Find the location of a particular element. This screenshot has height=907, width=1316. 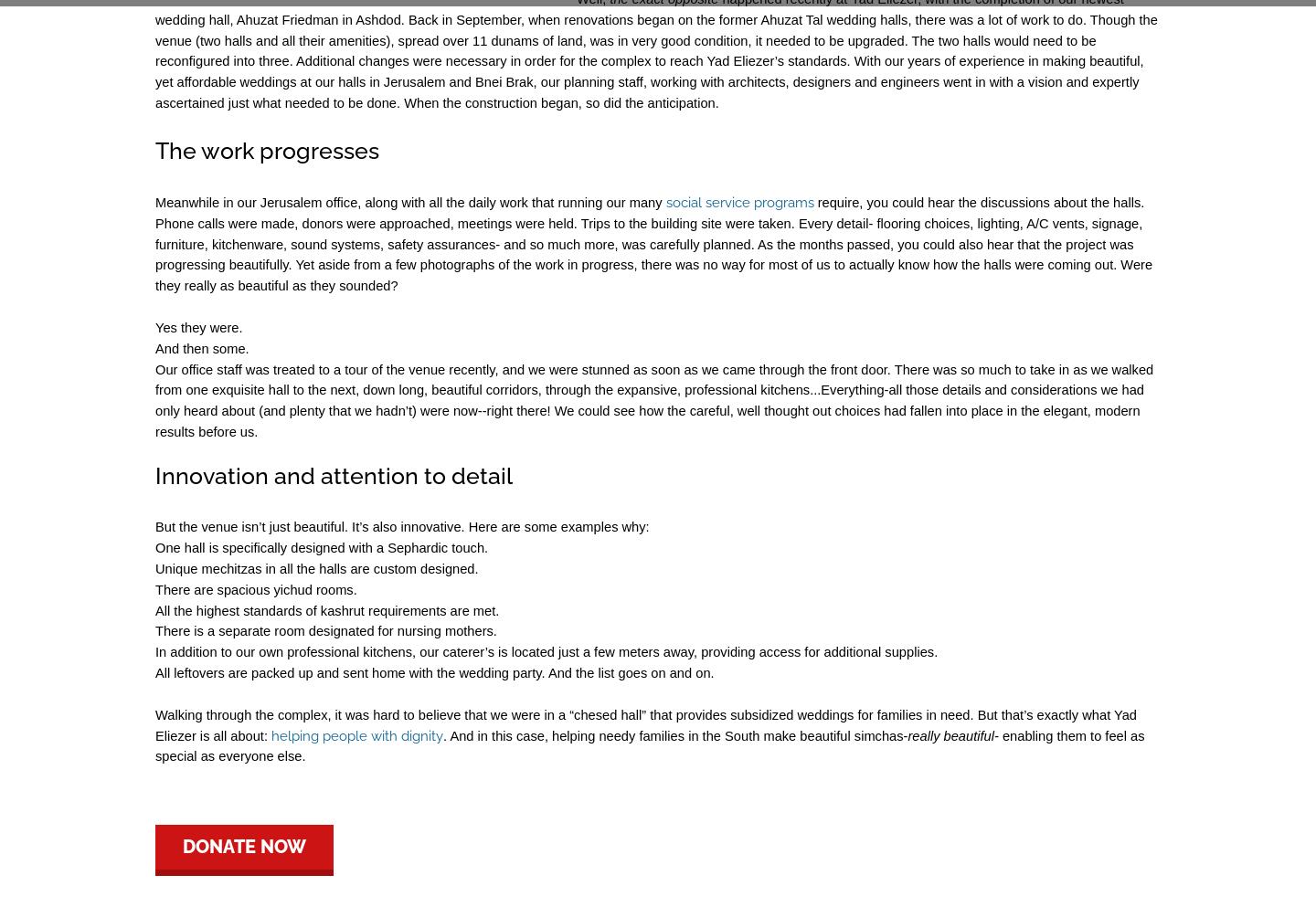

'The work progresses' is located at coordinates (266, 150).